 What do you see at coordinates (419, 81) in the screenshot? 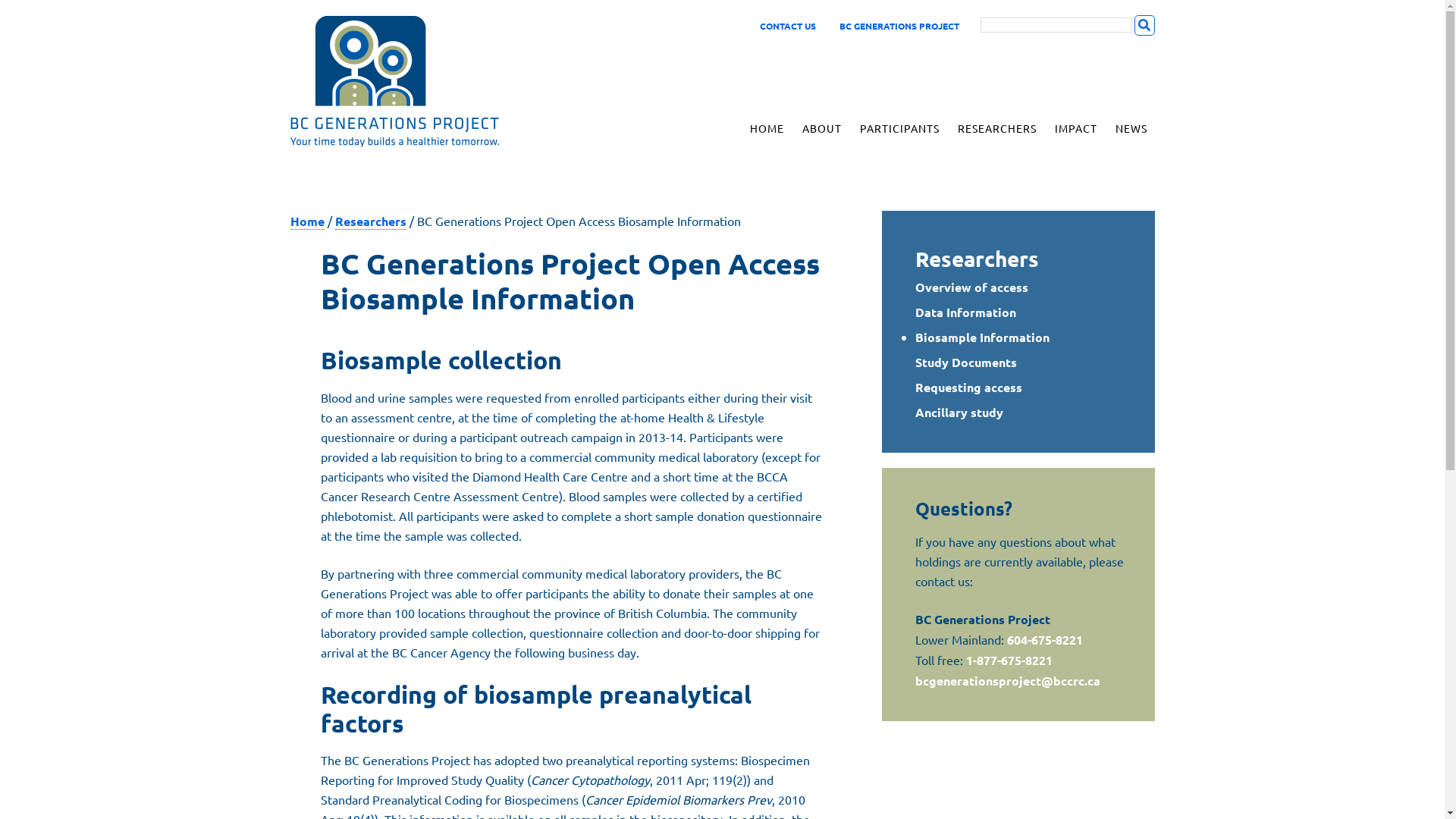
I see `'BC GENERATIONS PROJECT'` at bounding box center [419, 81].